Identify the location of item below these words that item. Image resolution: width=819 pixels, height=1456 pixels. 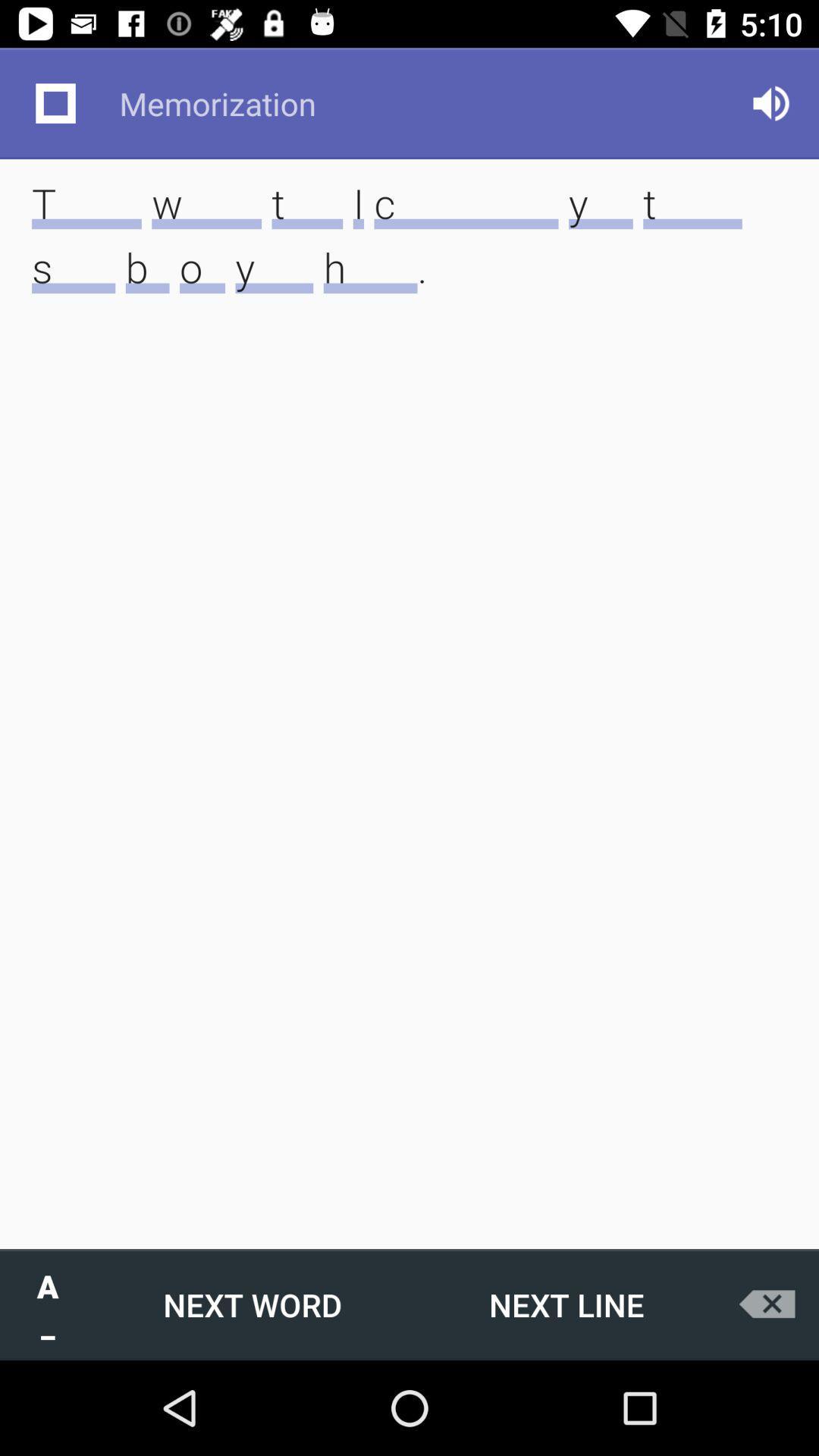
(251, 1304).